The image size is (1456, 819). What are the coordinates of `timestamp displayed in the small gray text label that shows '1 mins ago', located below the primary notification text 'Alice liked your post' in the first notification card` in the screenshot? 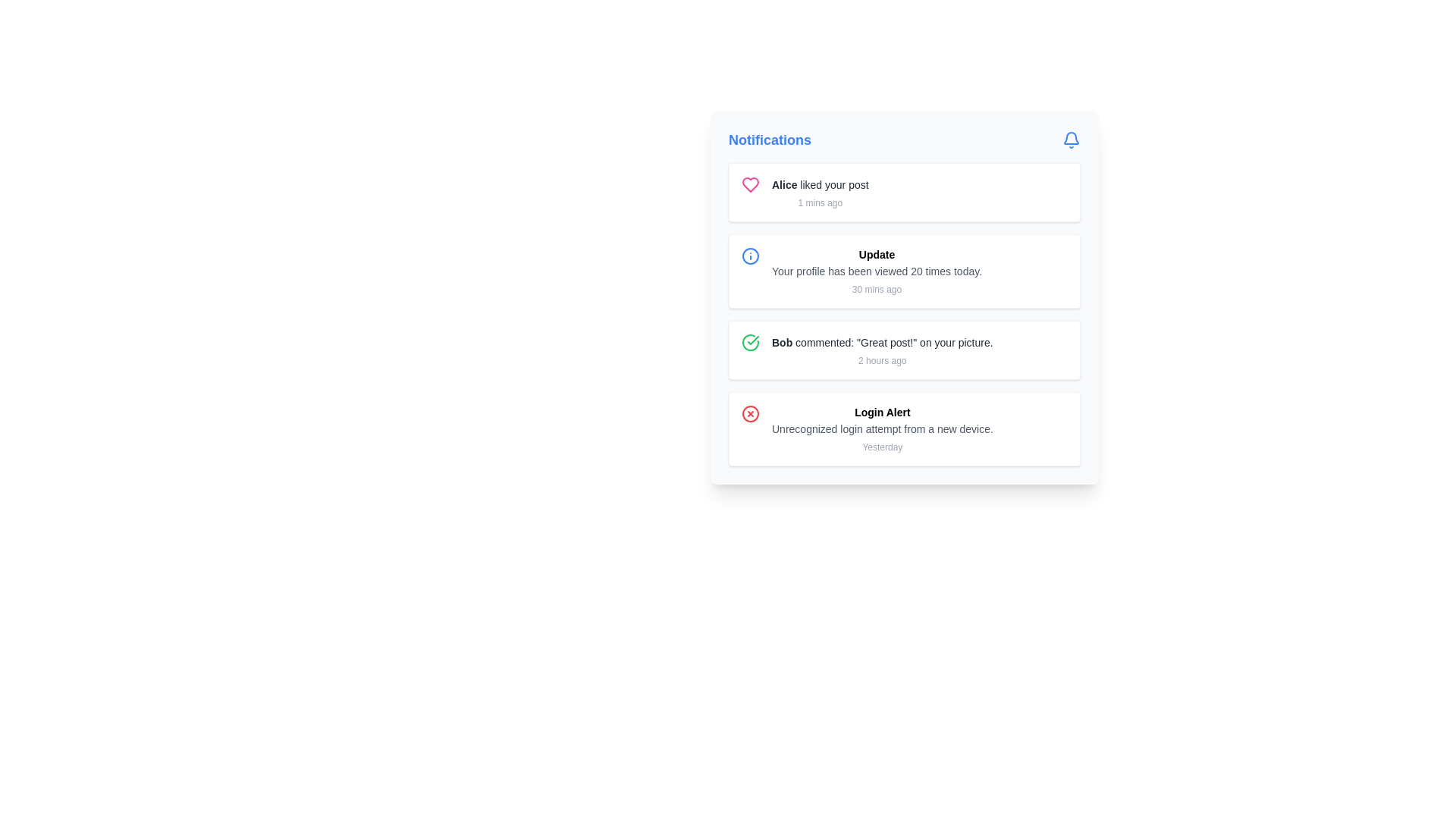 It's located at (819, 202).